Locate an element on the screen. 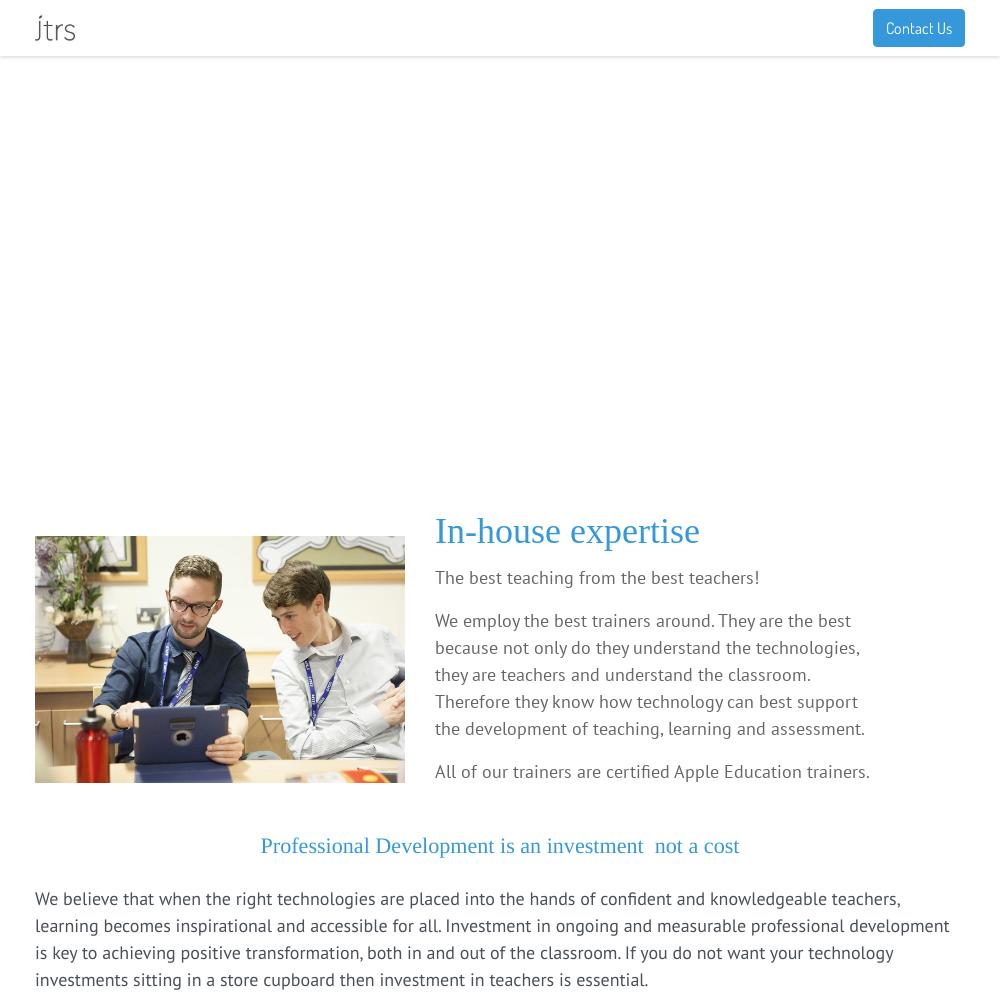 The width and height of the screenshot is (1000, 1000). 'Professional Development is an investment' is located at coordinates (453, 843).